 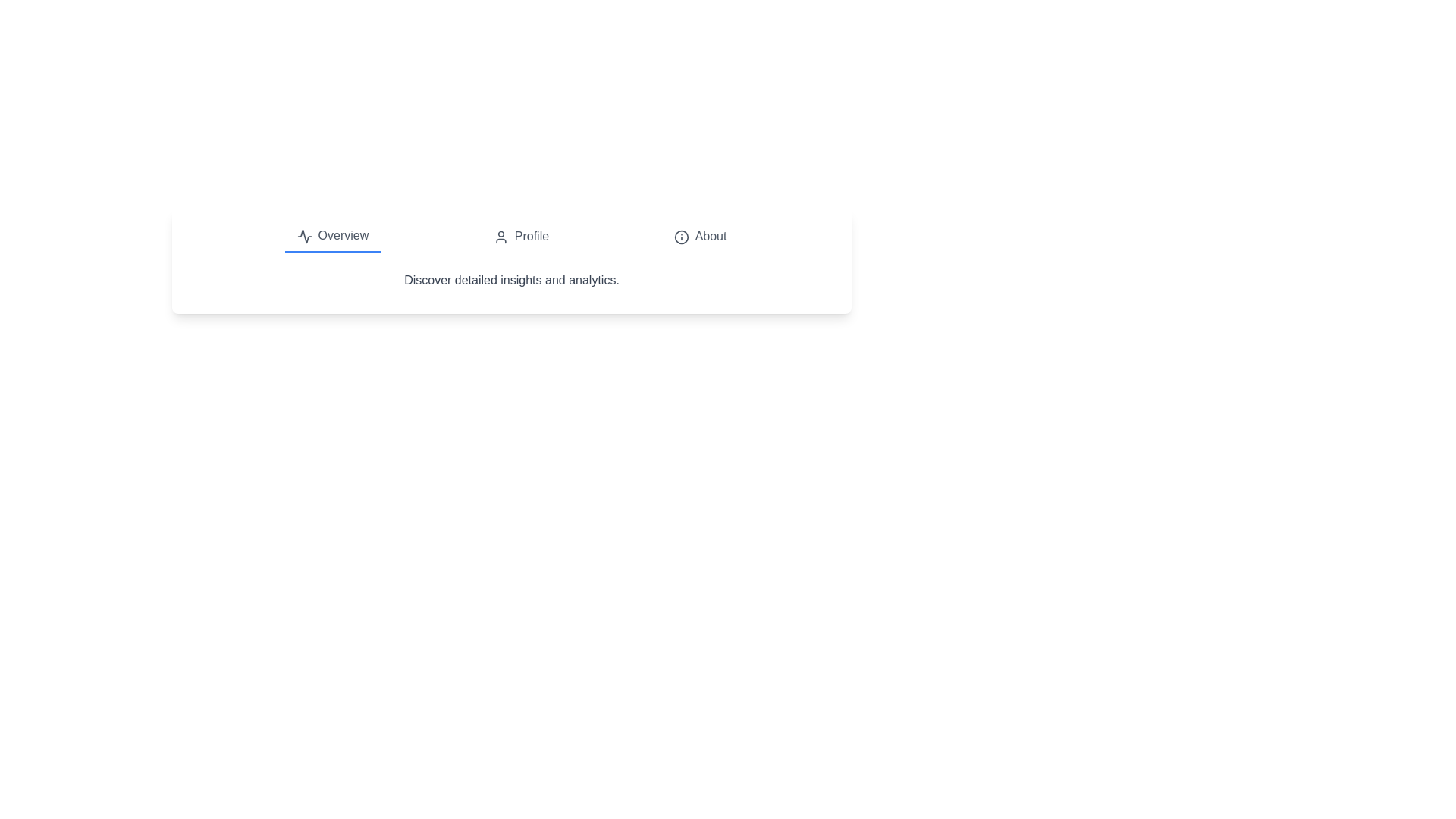 I want to click on the tab labeled Overview, so click(x=331, y=237).